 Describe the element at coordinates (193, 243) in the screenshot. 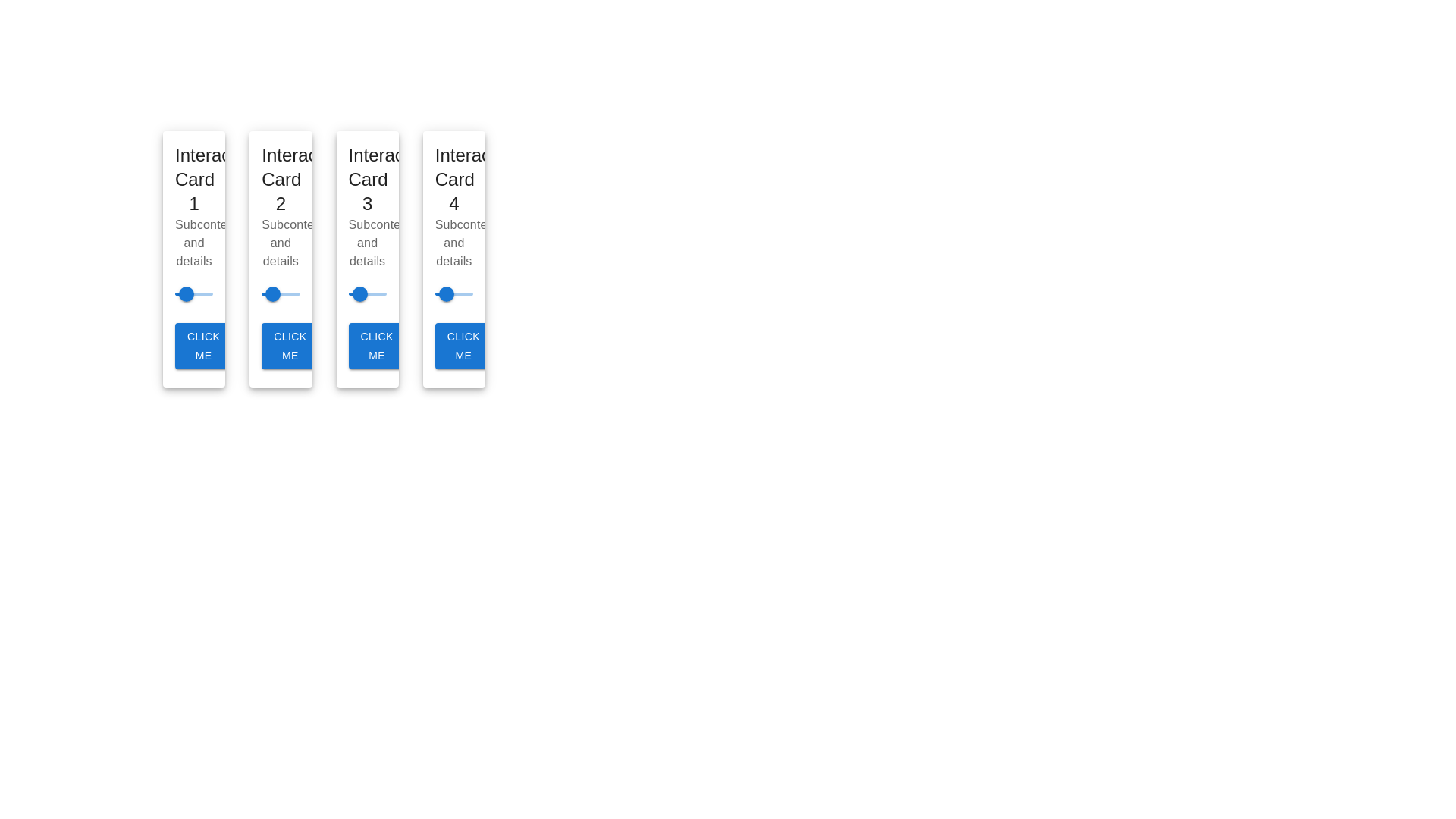

I see `the static text label located beneath the header 'Interactive Card 1' and above the slider control in the first card` at that location.